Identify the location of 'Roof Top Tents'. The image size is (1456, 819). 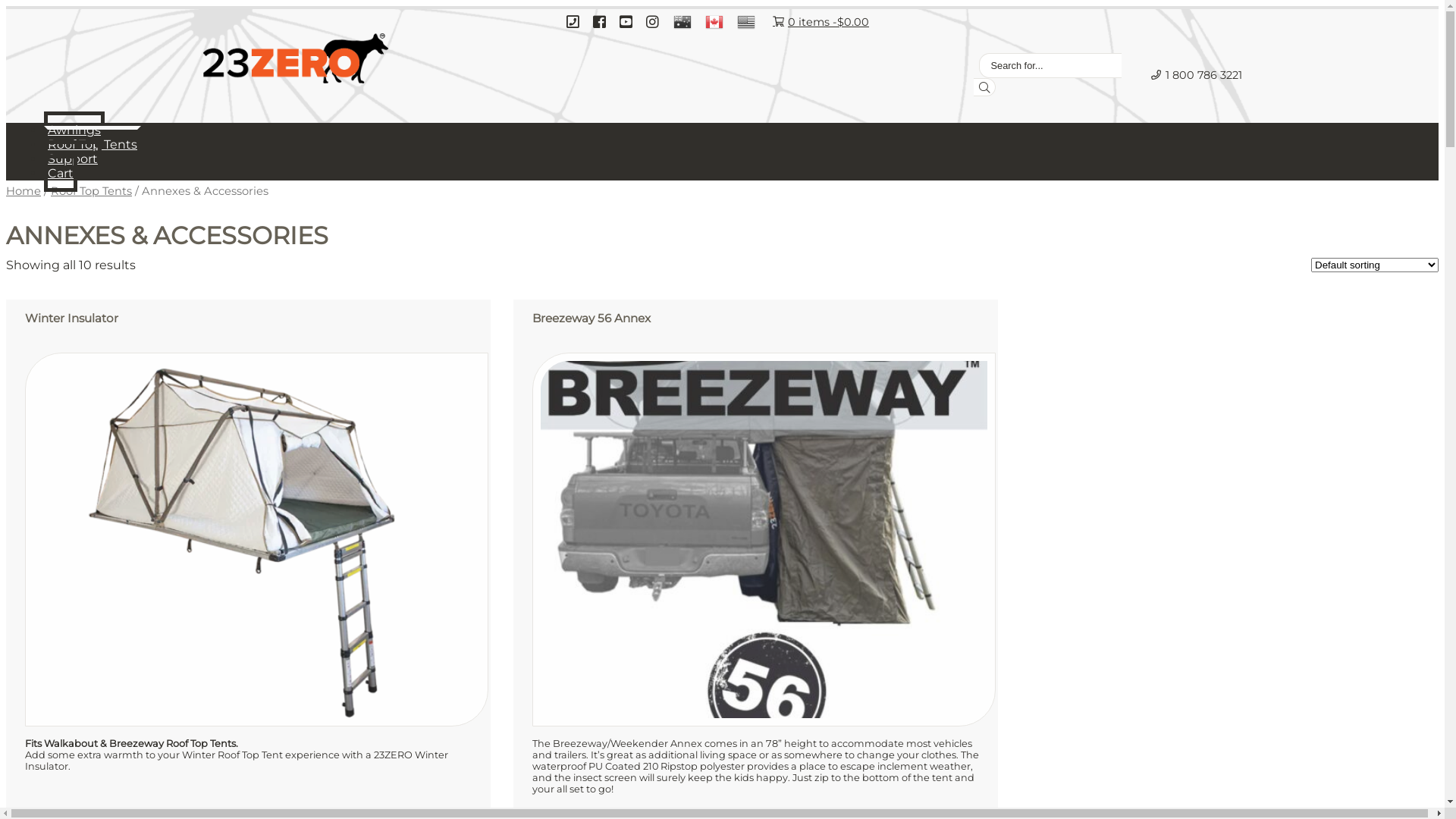
(91, 143).